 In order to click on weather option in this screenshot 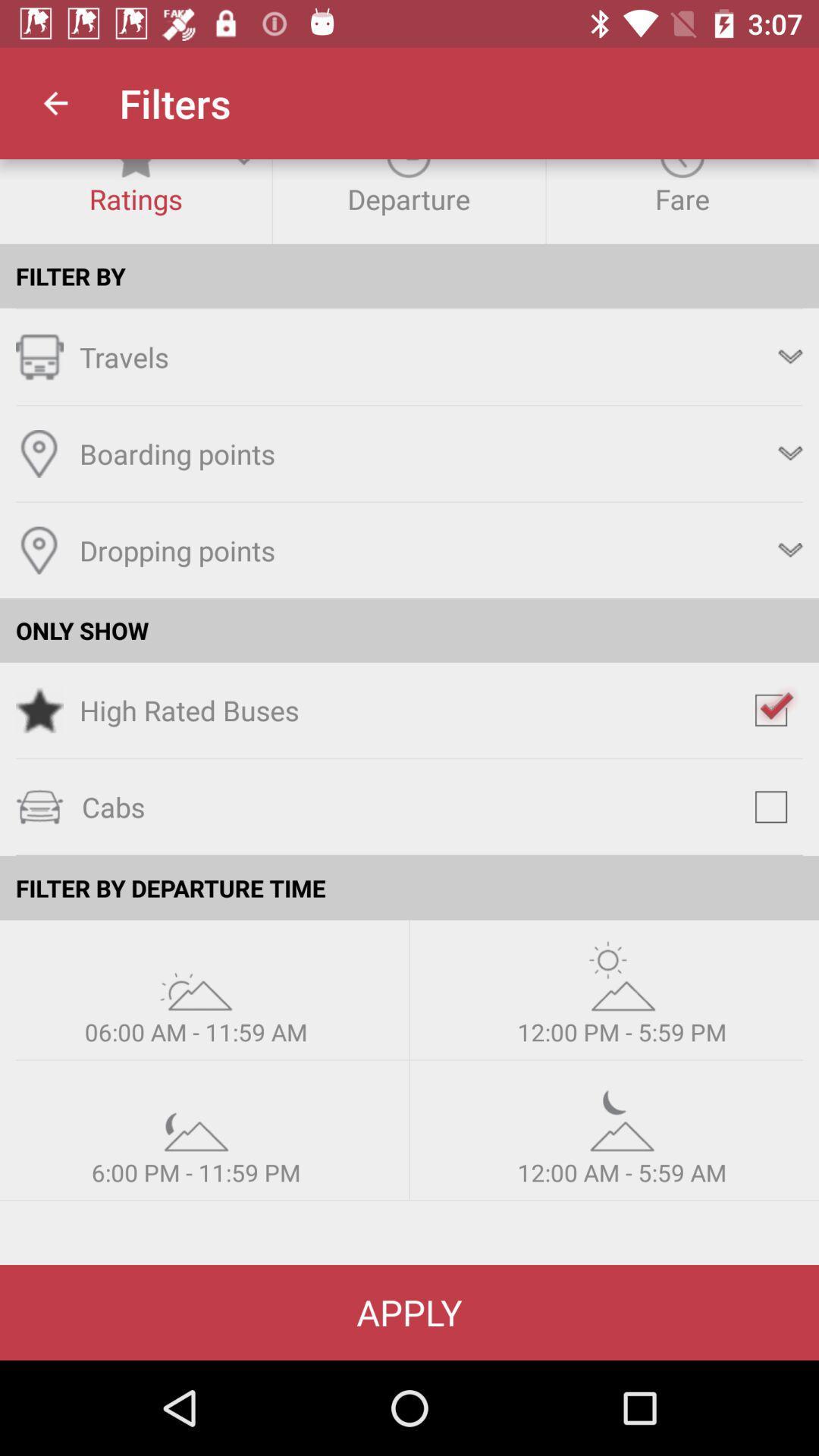, I will do `click(622, 1116)`.